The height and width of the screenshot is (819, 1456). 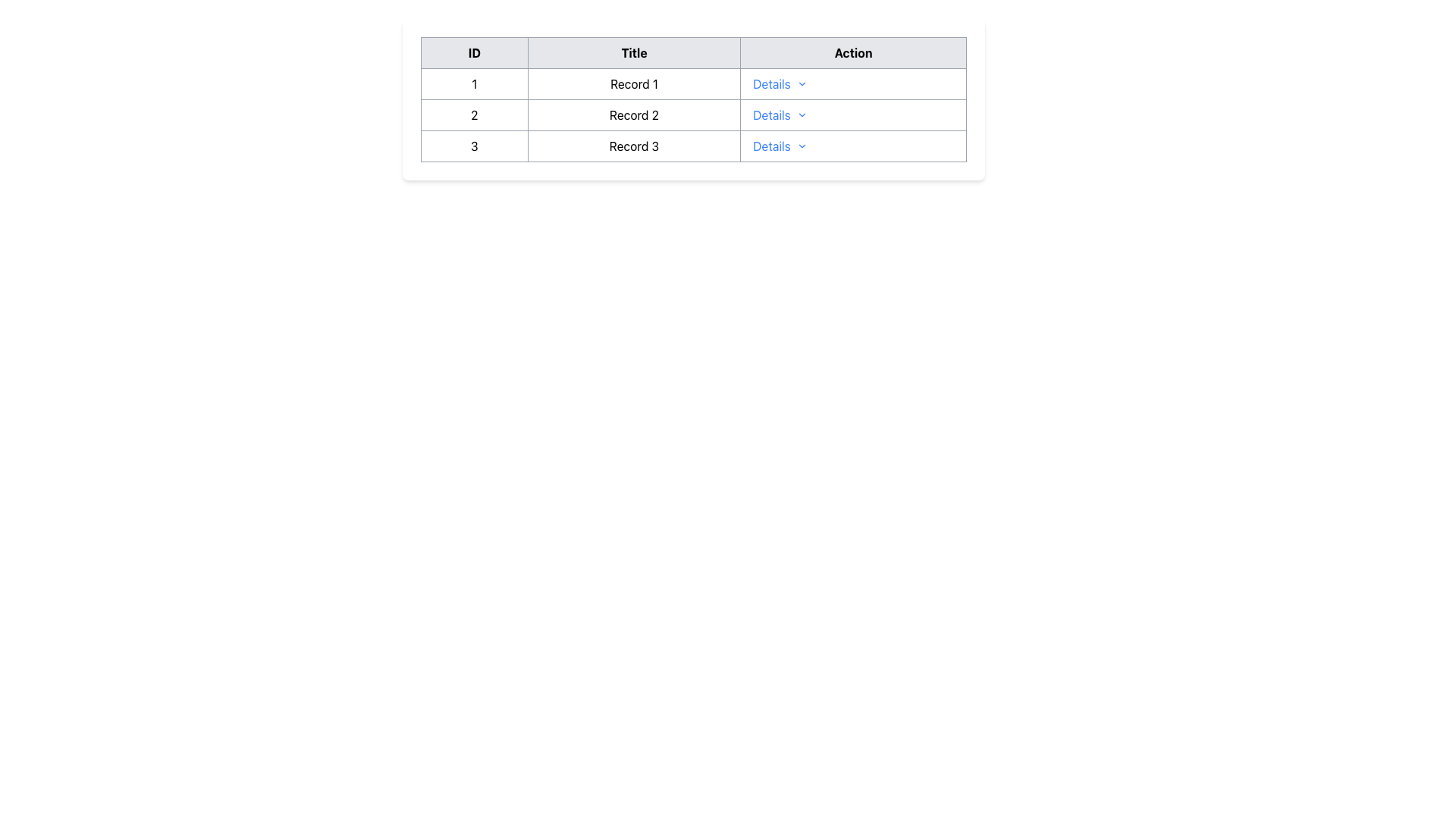 I want to click on the interactive text link labeled 'Details' with an adjacent downward-facing chevron icon in the second row of the 'Action' column, so click(x=780, y=114).